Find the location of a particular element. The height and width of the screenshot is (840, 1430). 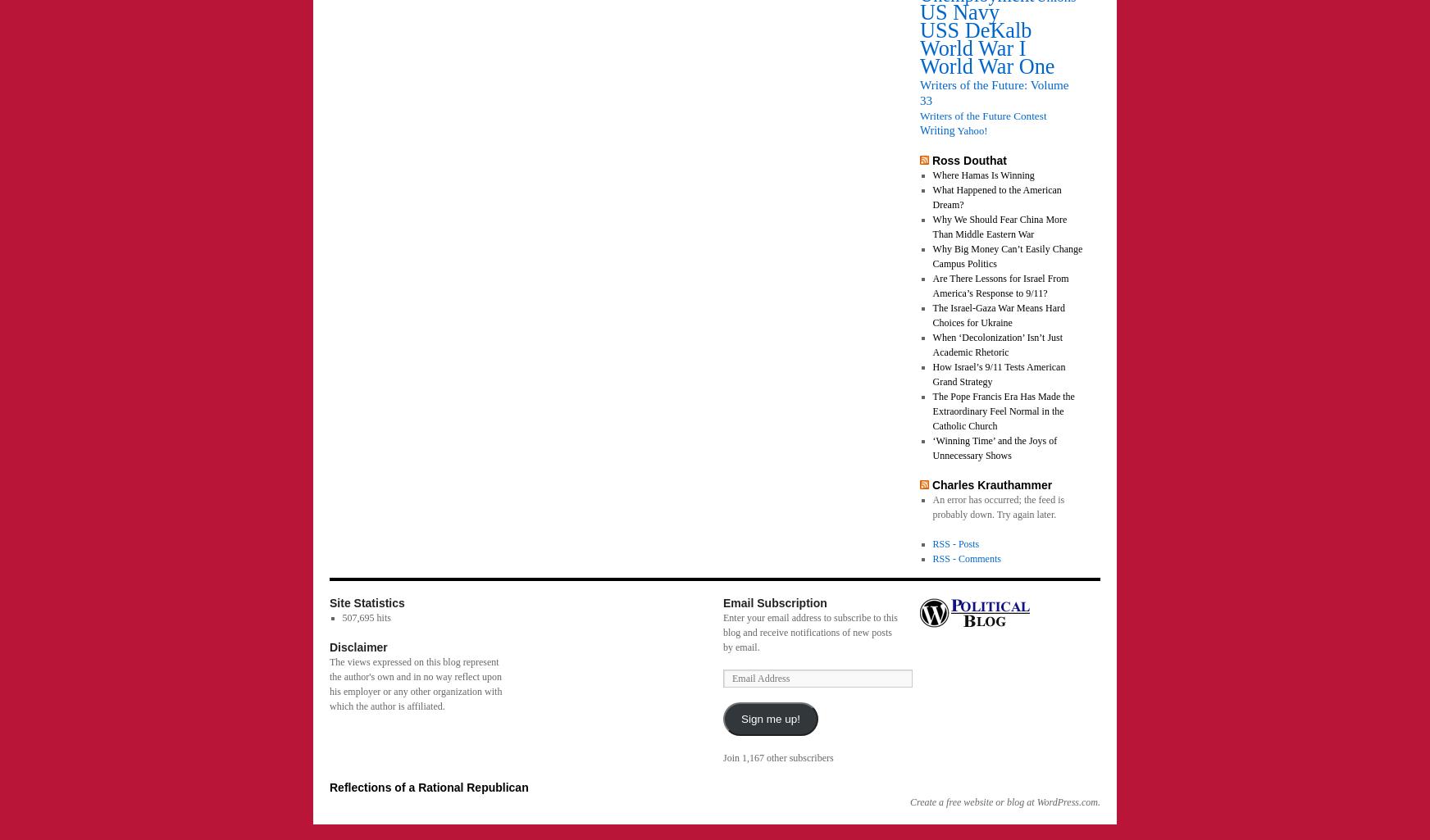

'US Navy' is located at coordinates (959, 12).